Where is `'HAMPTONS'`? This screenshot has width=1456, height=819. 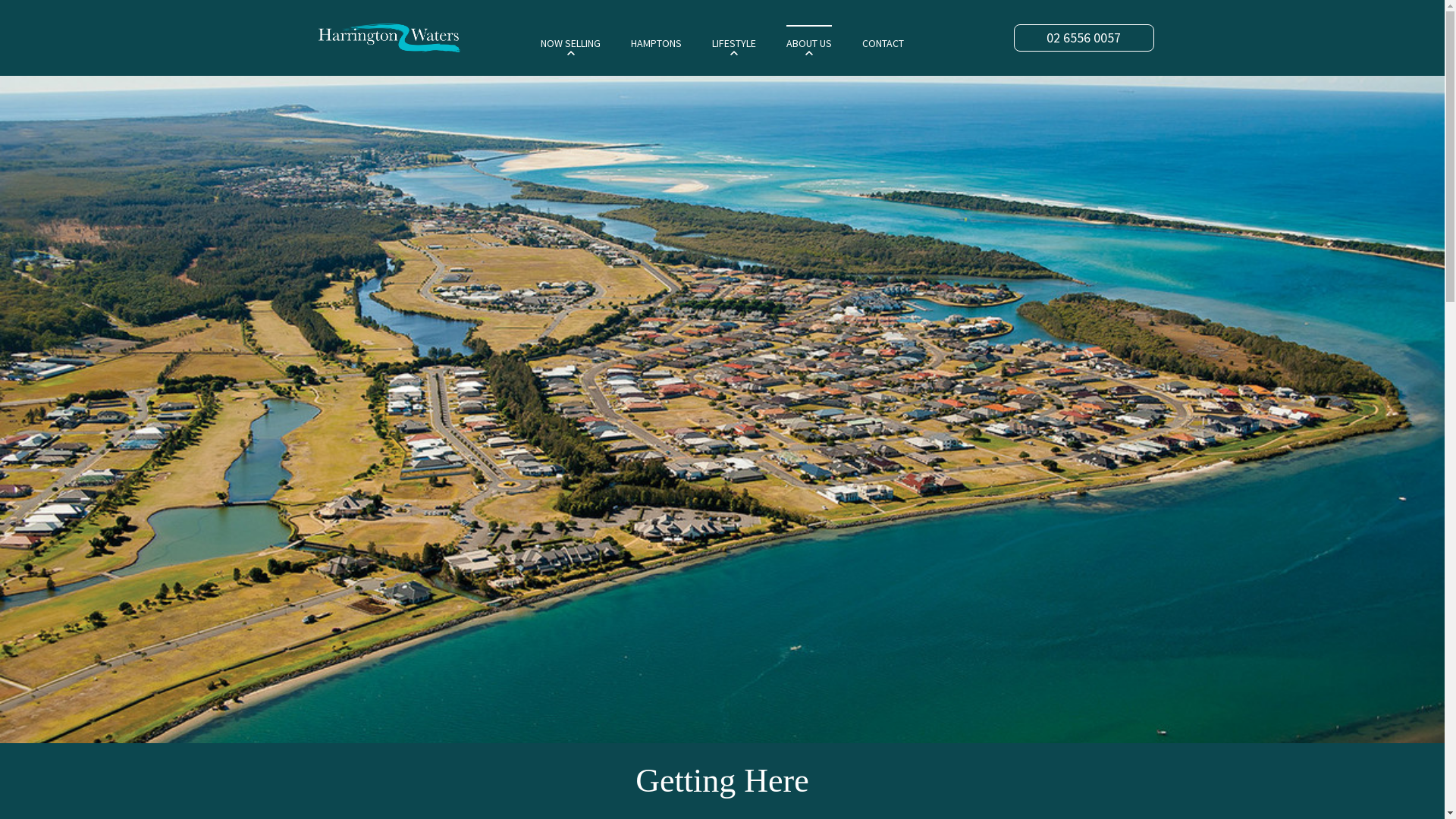
'HAMPTONS' is located at coordinates (656, 42).